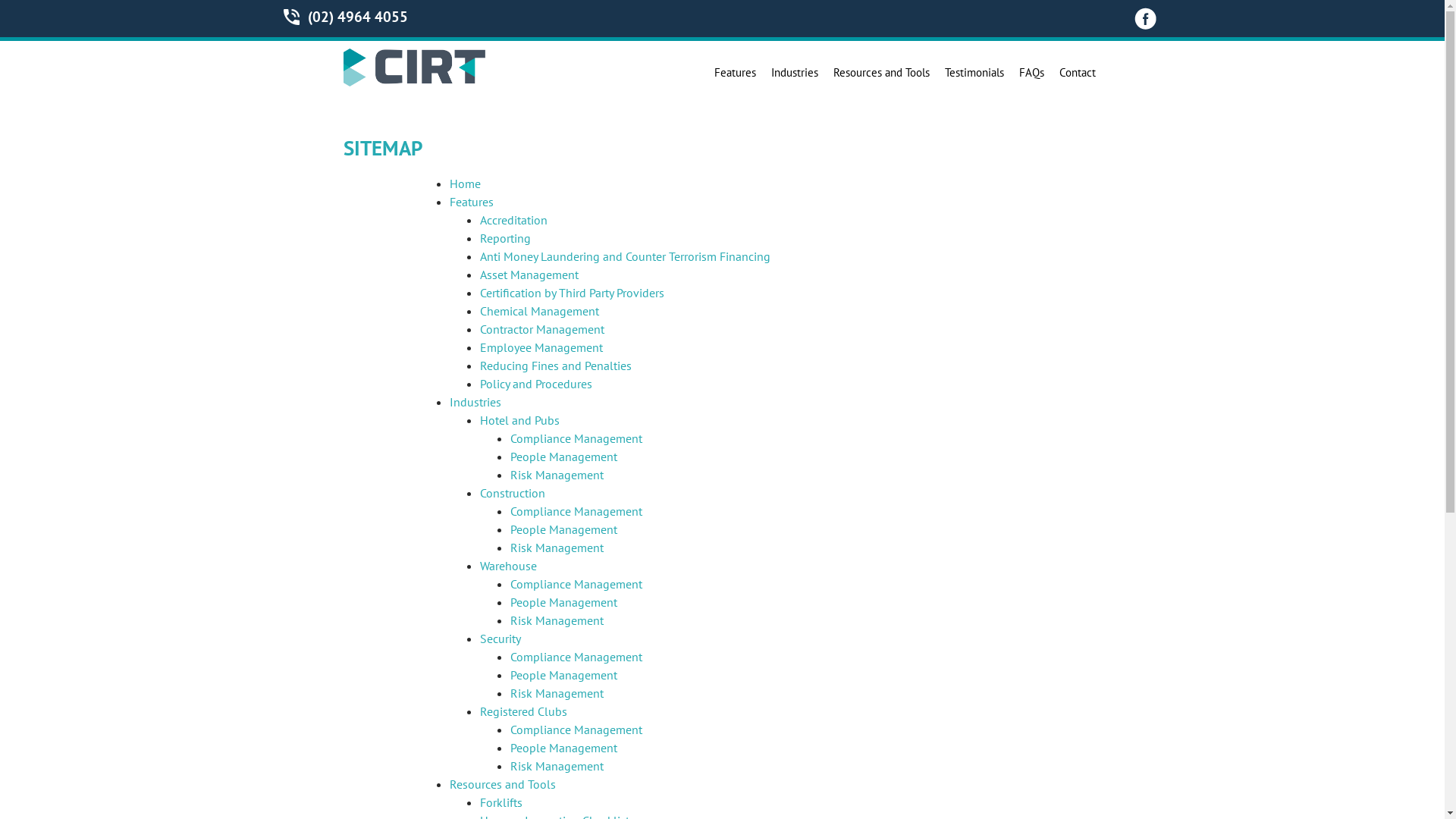 The image size is (1456, 819). I want to click on 'Accreditation', so click(513, 219).